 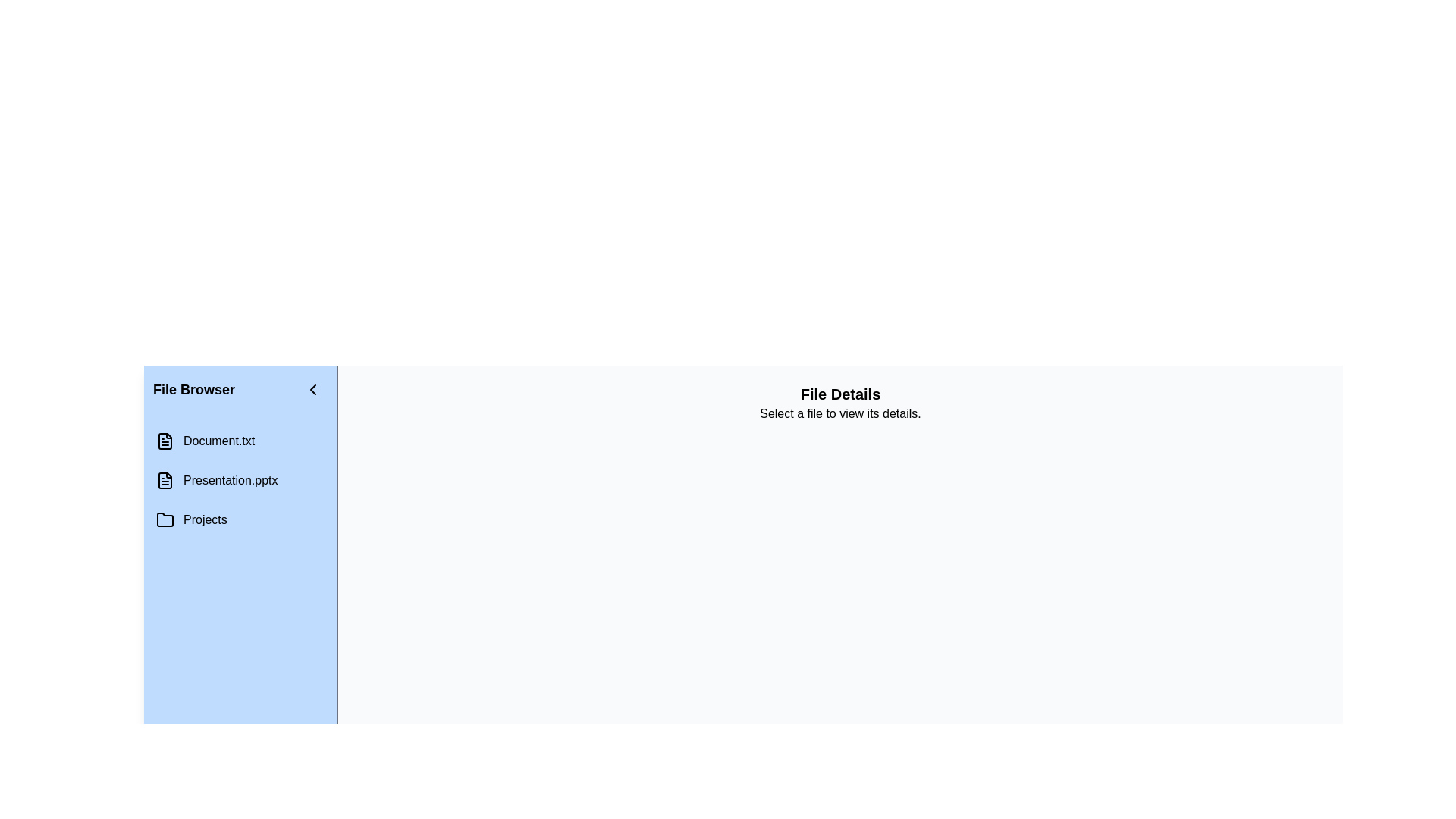 What do you see at coordinates (839, 414) in the screenshot?
I see `text label that states 'Select a file to view its details.' which is located below the header 'File Details'` at bounding box center [839, 414].